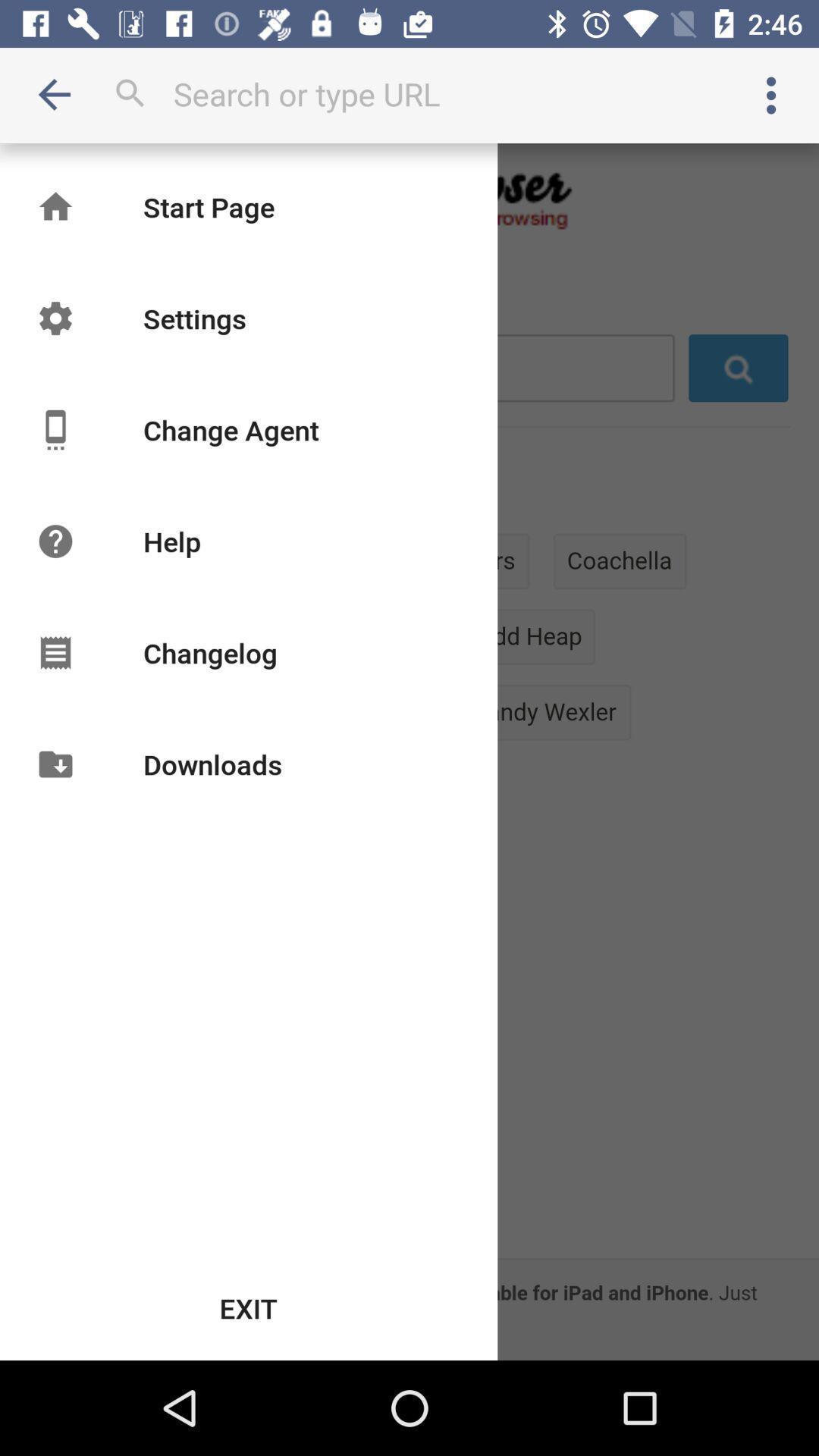  Describe the element at coordinates (409, 93) in the screenshot. I see `search box` at that location.